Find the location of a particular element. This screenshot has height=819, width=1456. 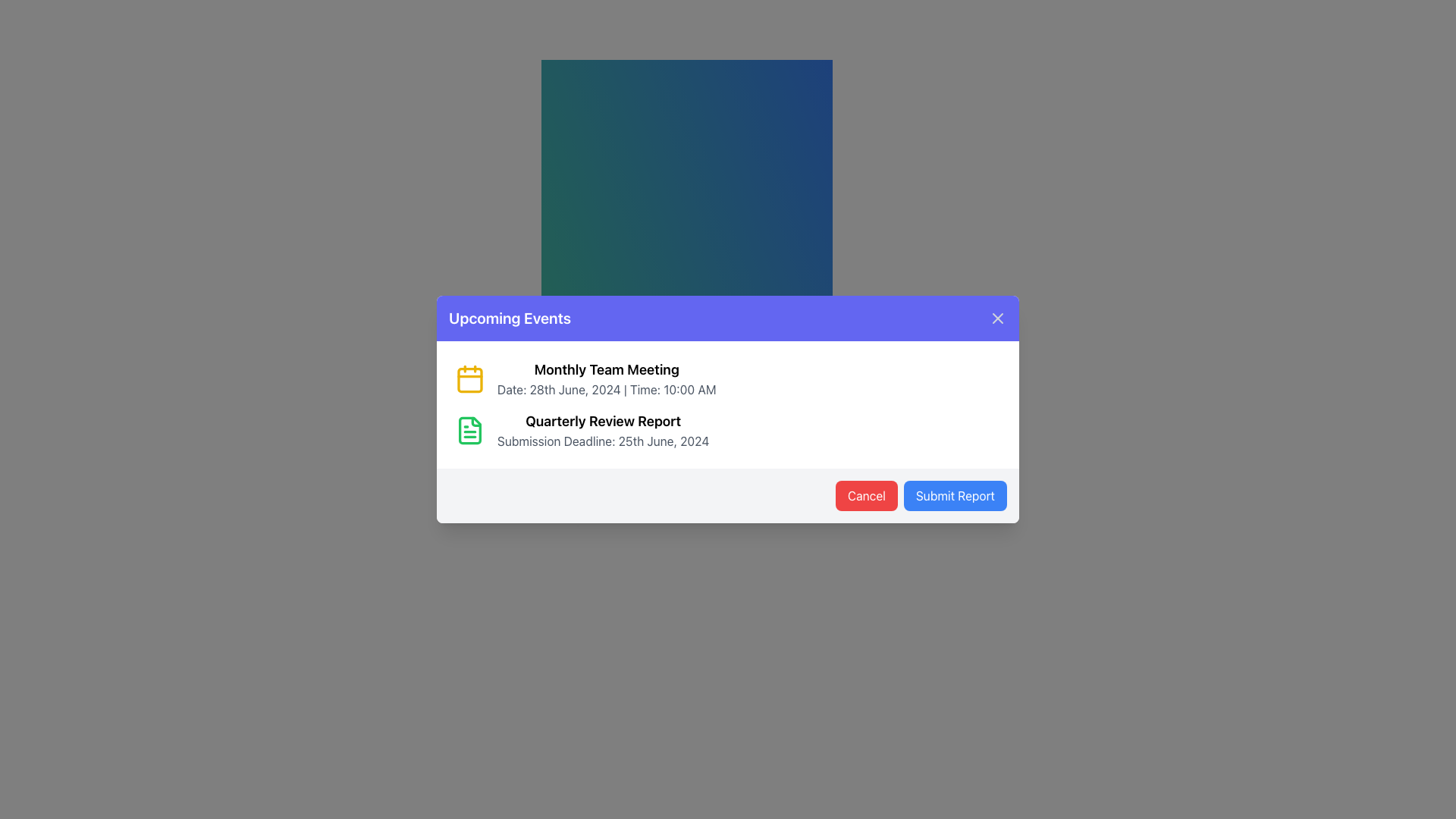

the close button located in the top-right corner of the 'Upcoming Events' header is located at coordinates (997, 318).